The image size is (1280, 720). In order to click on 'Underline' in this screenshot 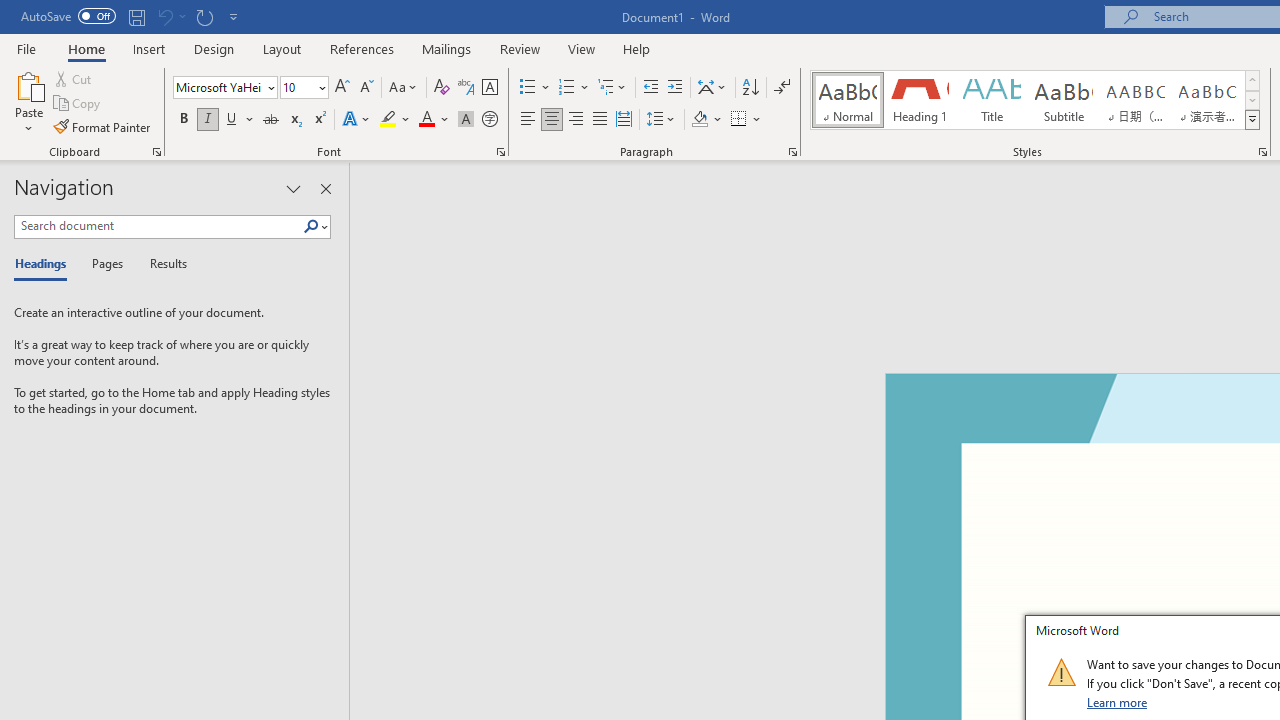, I will do `click(240, 119)`.